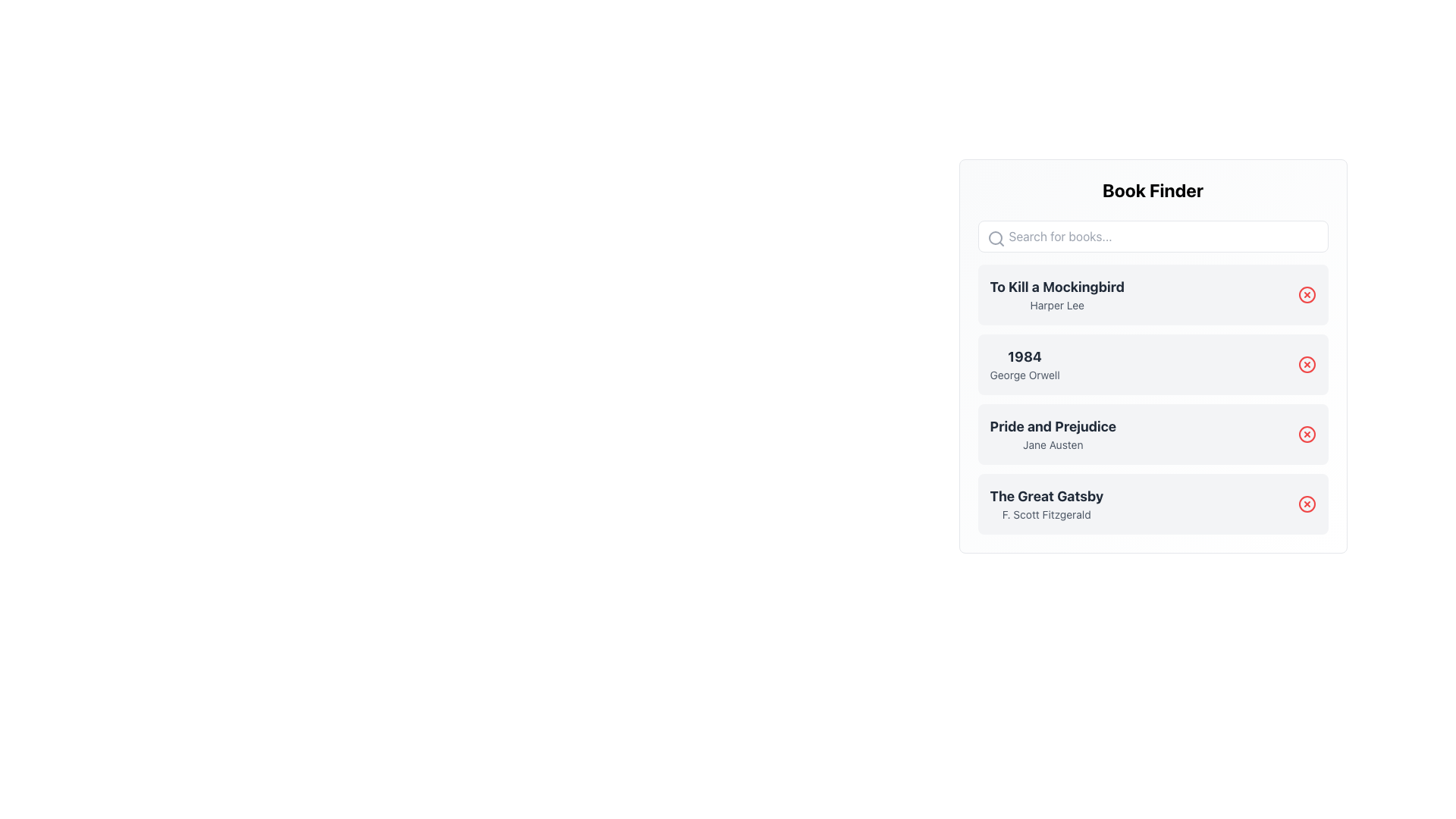 This screenshot has height=819, width=1456. Describe the element at coordinates (1025, 375) in the screenshot. I see `the static text label displaying 'George Orwell', which is positioned below the title '1984' in the 'Book Finder' panel` at that location.